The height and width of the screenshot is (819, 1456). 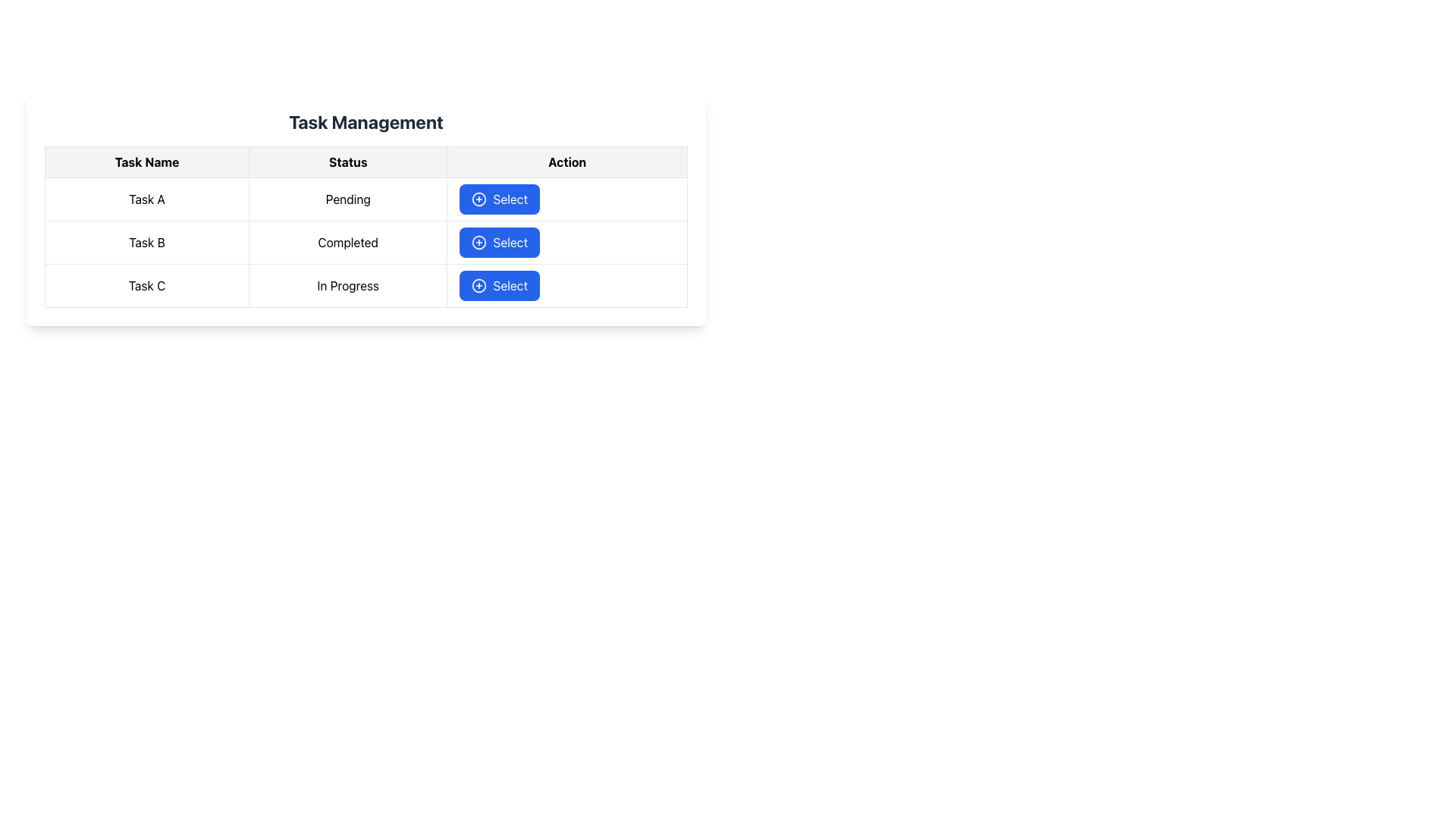 What do you see at coordinates (566, 162) in the screenshot?
I see `text 'Action' from the Table Header Cell located on the far right of the header row in a table with three columns: 'Task Name', 'Status', and 'Action'` at bounding box center [566, 162].